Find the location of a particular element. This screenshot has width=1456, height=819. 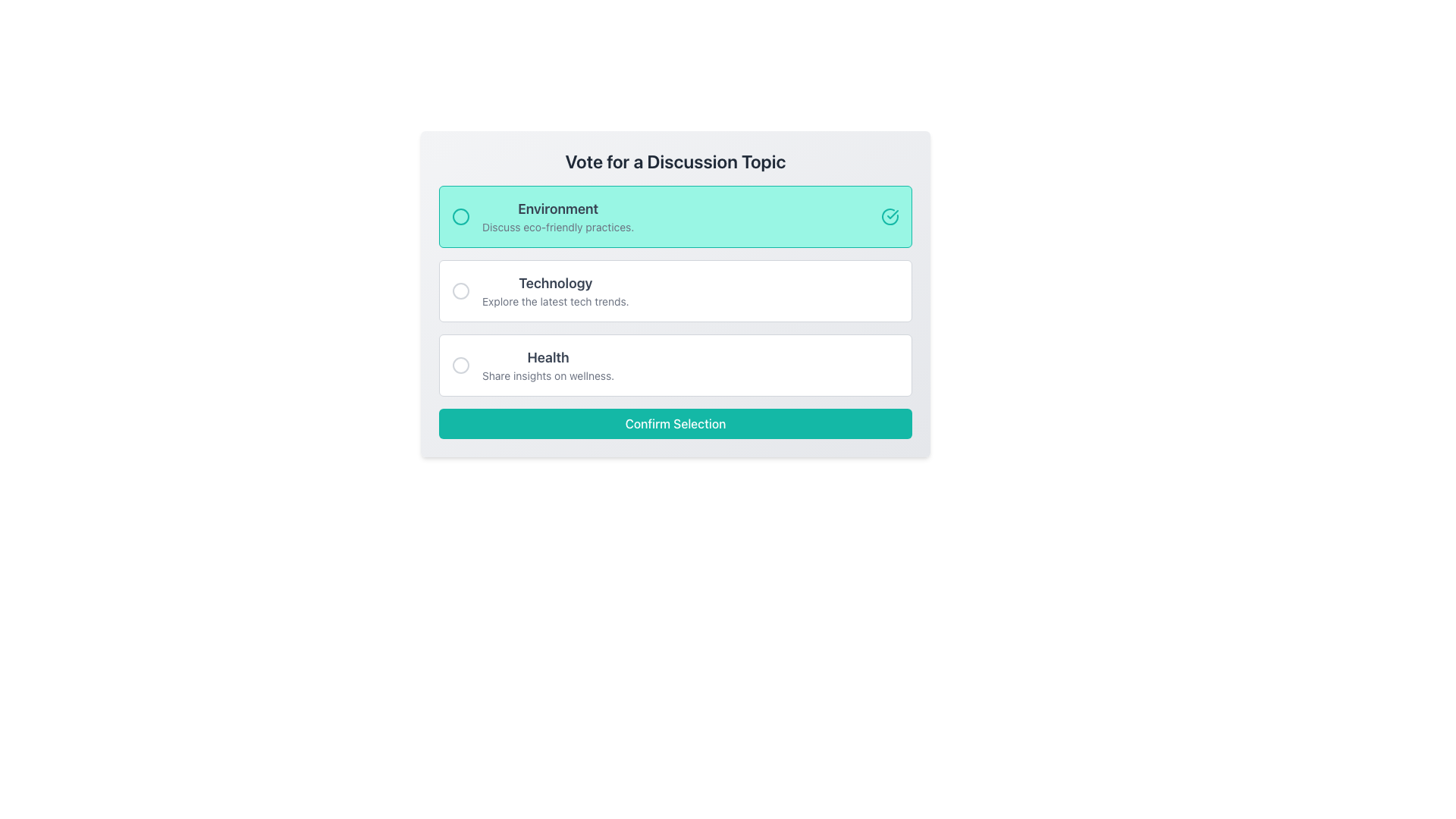

the circular radio button indicator with a thin teal-colored border adjacent to the 'Environment' text is located at coordinates (460, 216).